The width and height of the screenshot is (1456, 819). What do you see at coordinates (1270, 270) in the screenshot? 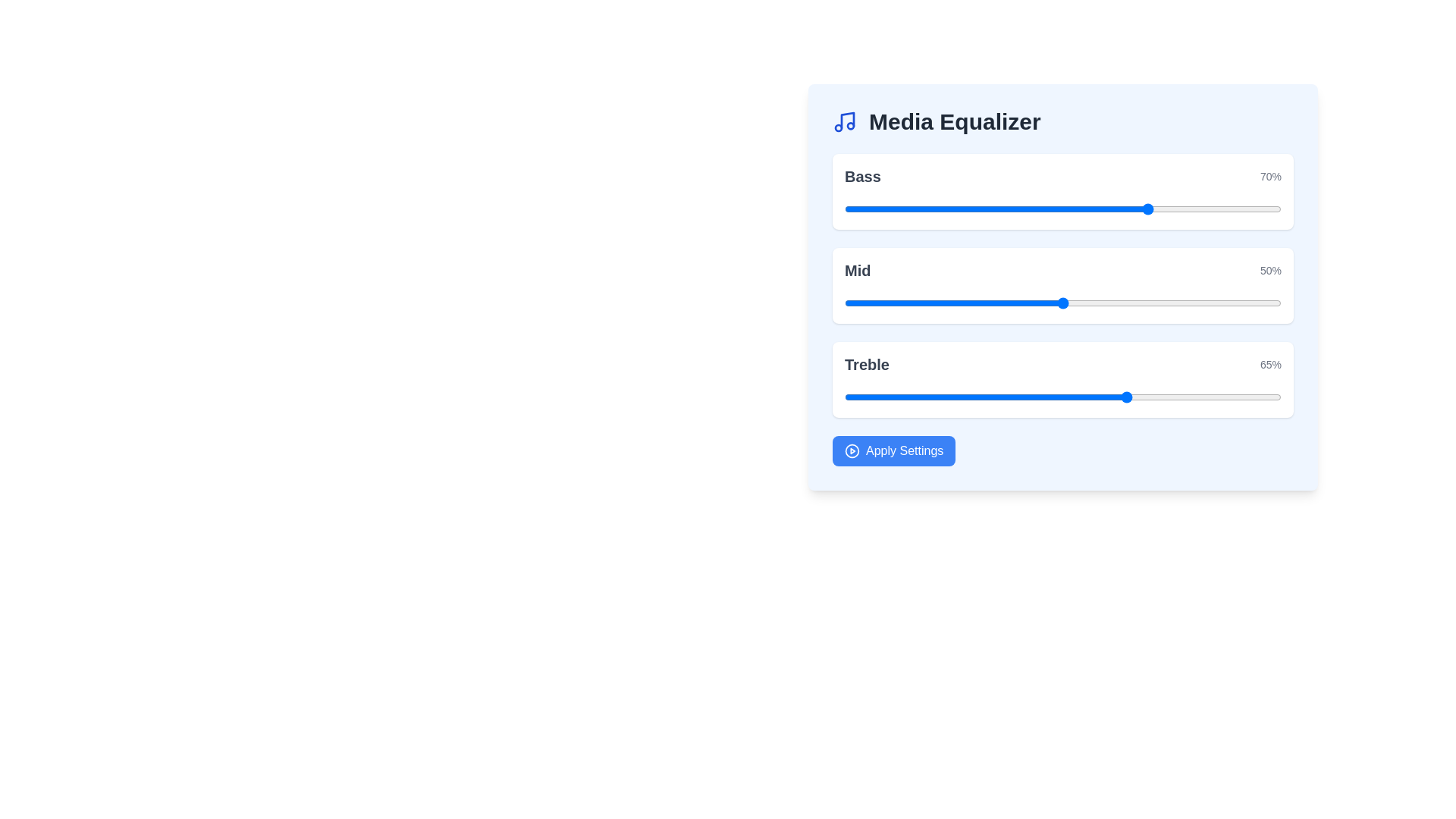
I see `the text label displaying '50%' in gray font, which is positioned on the right side of the slider labeled 'Mid'` at bounding box center [1270, 270].